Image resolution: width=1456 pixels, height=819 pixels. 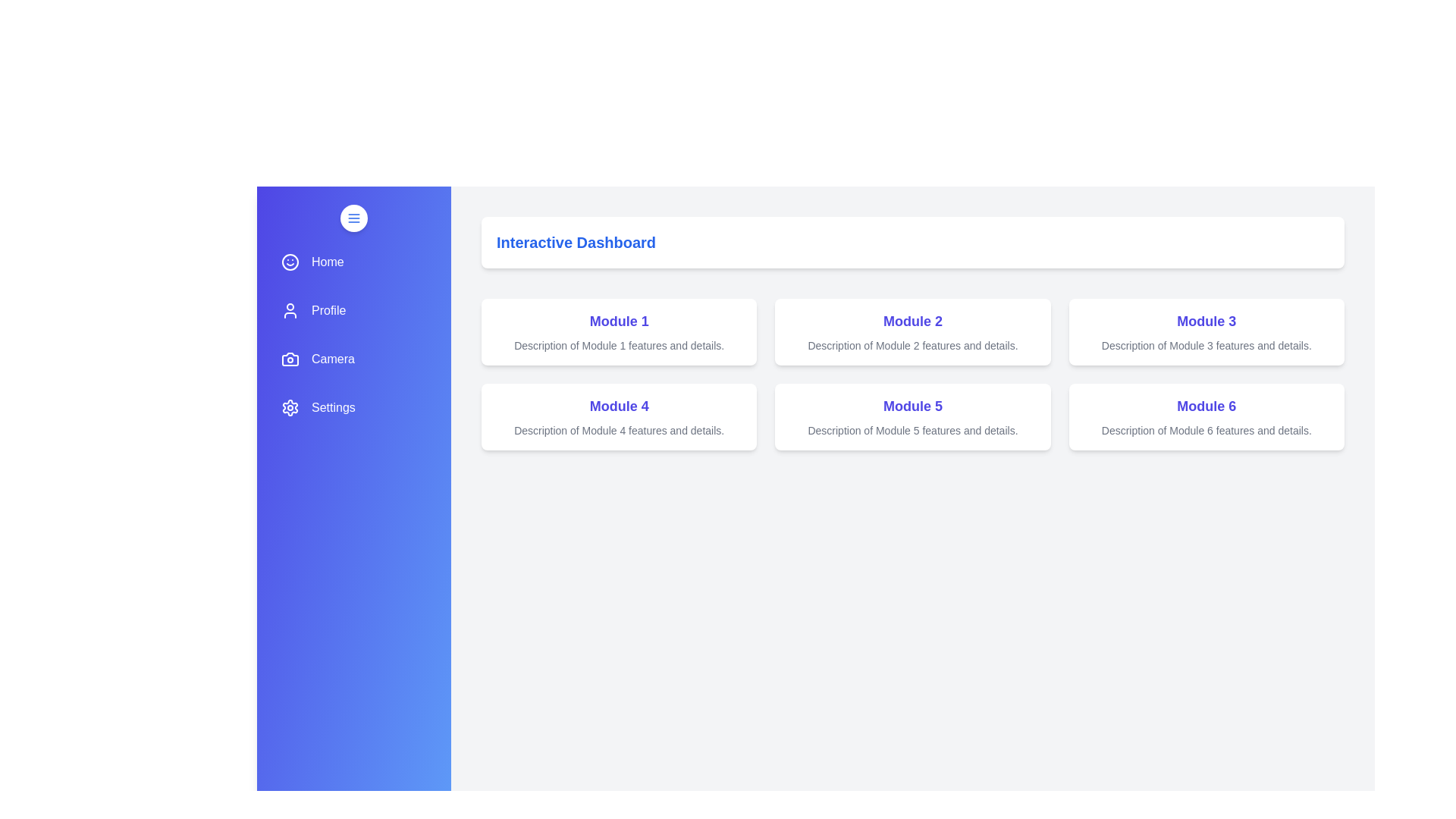 I want to click on the 'Camera' menu icon located to the left of the text label 'Camera' in the sidebar list, so click(x=290, y=359).